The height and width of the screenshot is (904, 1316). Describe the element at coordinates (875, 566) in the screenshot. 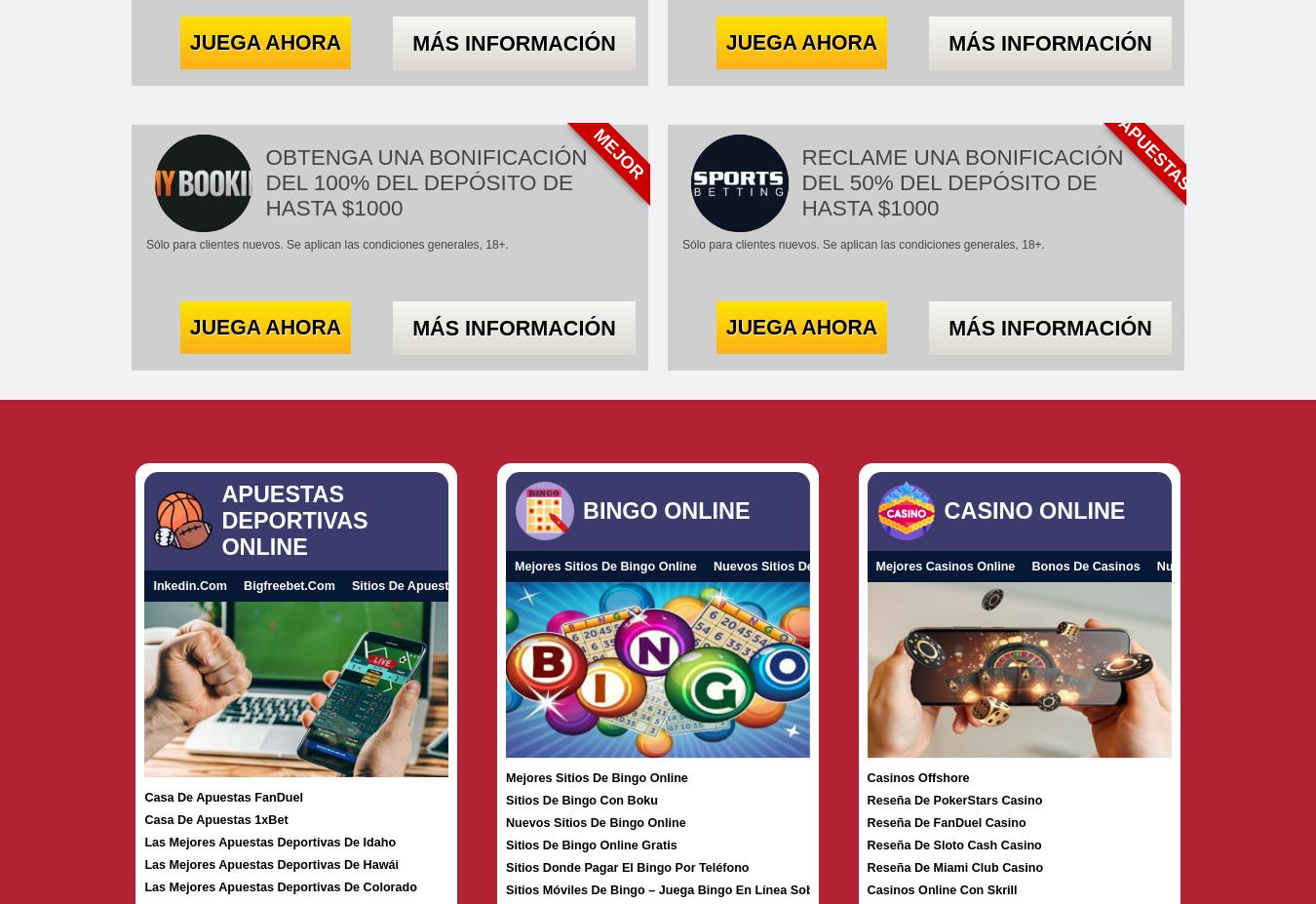

I see `'Mejores Casinos Online'` at that location.